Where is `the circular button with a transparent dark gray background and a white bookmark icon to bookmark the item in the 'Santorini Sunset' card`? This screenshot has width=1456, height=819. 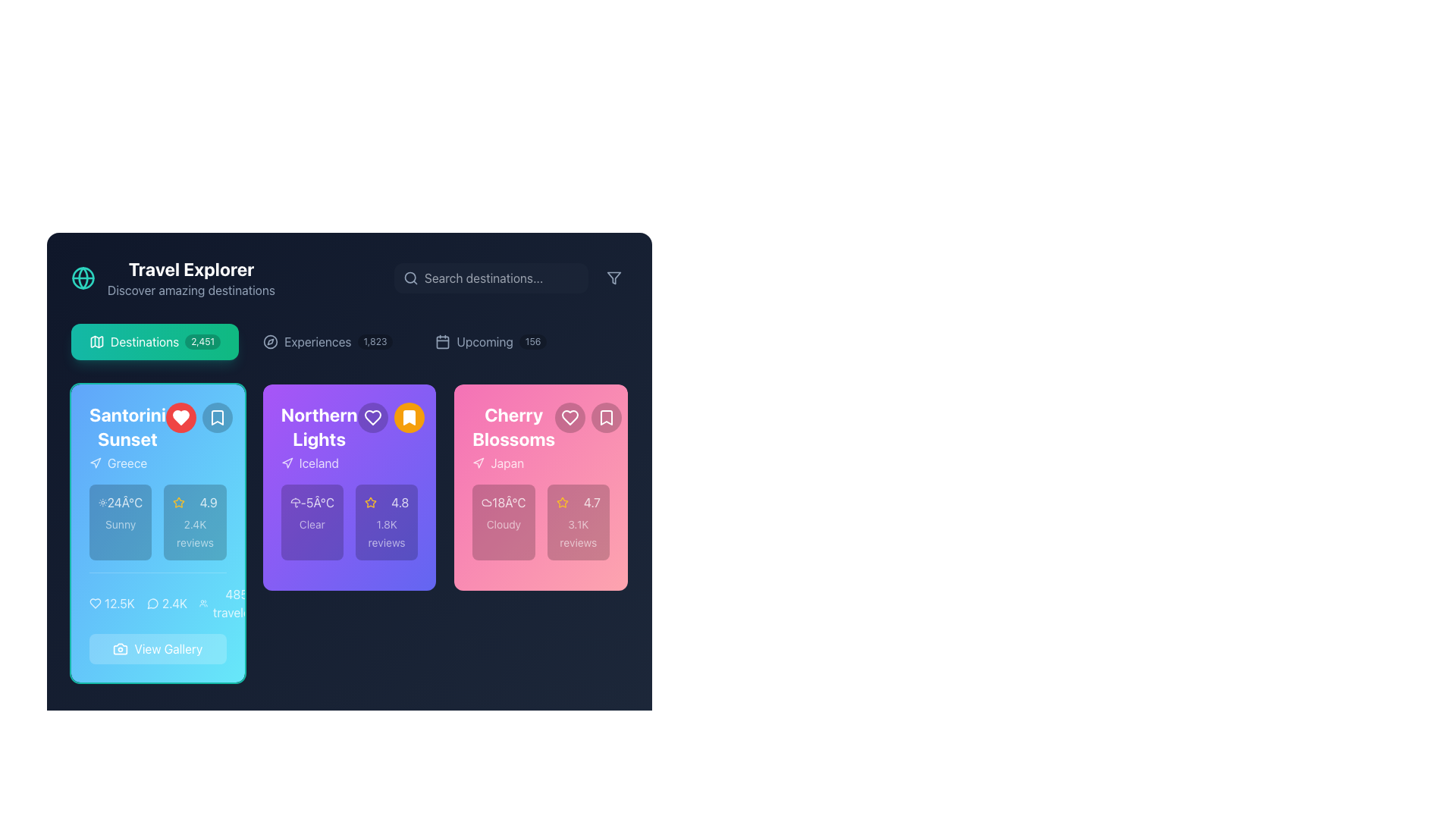 the circular button with a transparent dark gray background and a white bookmark icon to bookmark the item in the 'Santorini Sunset' card is located at coordinates (216, 418).